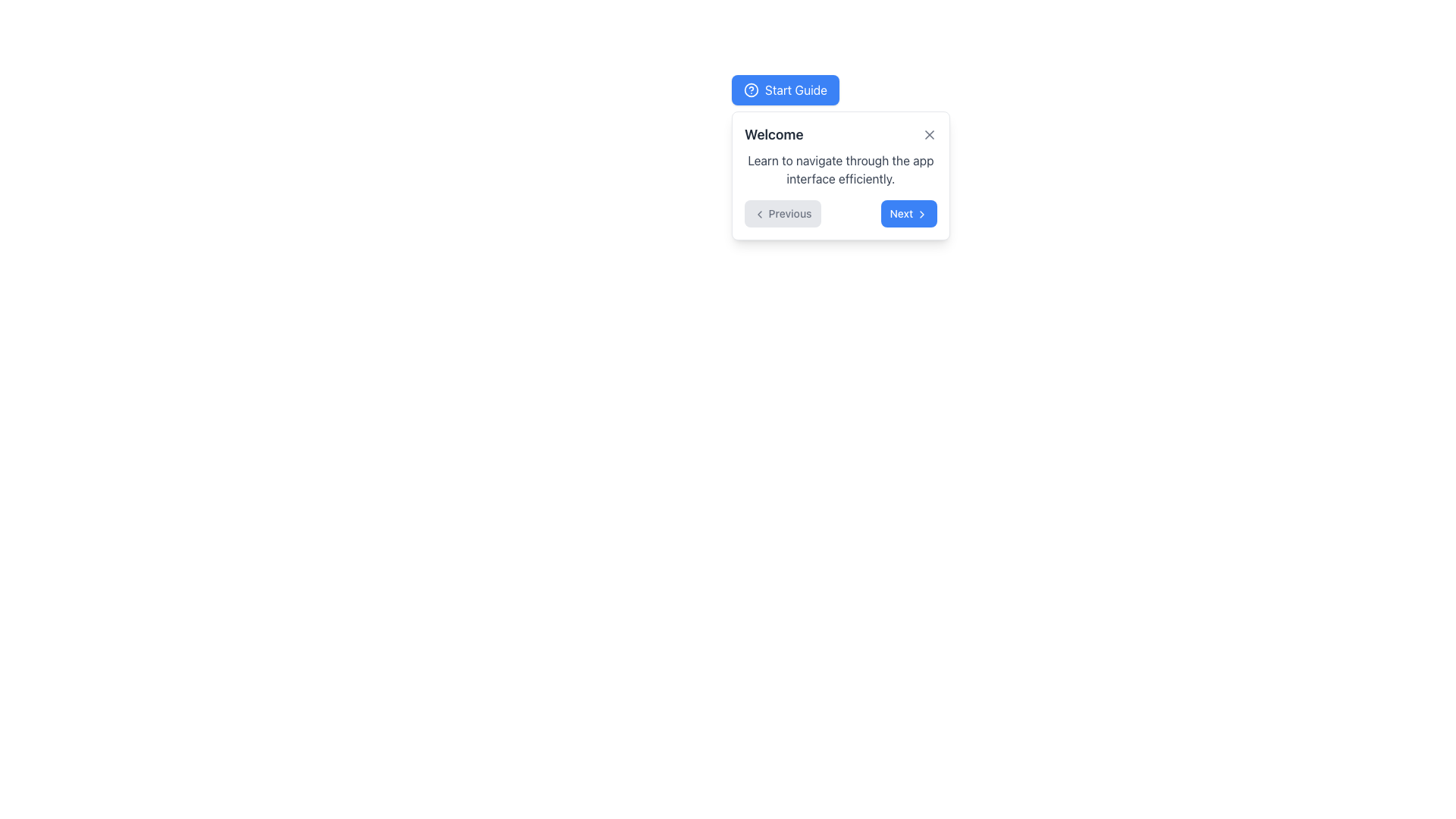 The image size is (1456, 819). What do you see at coordinates (928, 133) in the screenshot?
I see `the small gray 'X' icon button located in the top-right corner of the 'Welcome' dialog box` at bounding box center [928, 133].